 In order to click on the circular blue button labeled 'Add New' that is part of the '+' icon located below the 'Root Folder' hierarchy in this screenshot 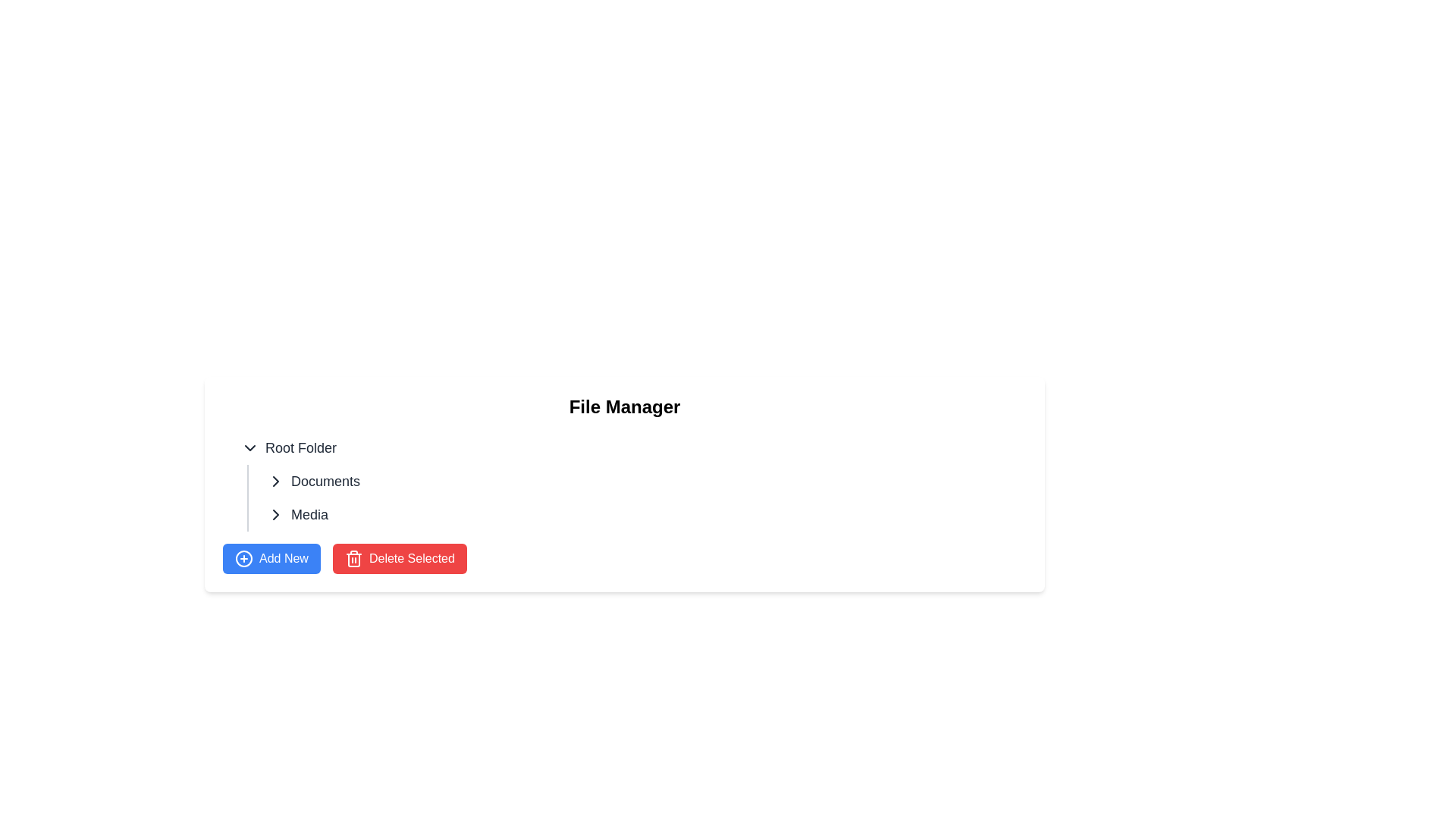, I will do `click(243, 558)`.